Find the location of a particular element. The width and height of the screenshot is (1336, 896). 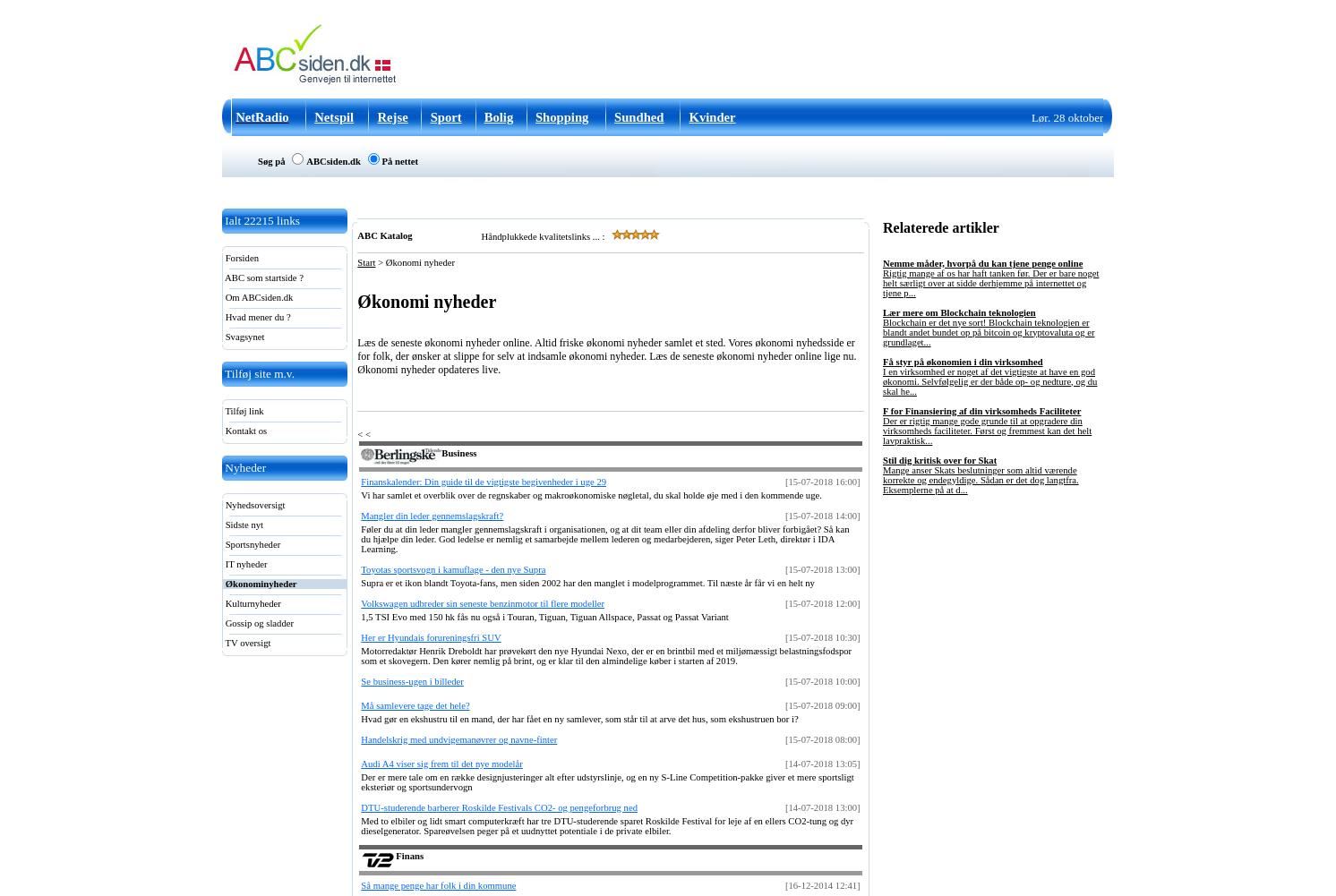

'IT nyheder' is located at coordinates (244, 564).